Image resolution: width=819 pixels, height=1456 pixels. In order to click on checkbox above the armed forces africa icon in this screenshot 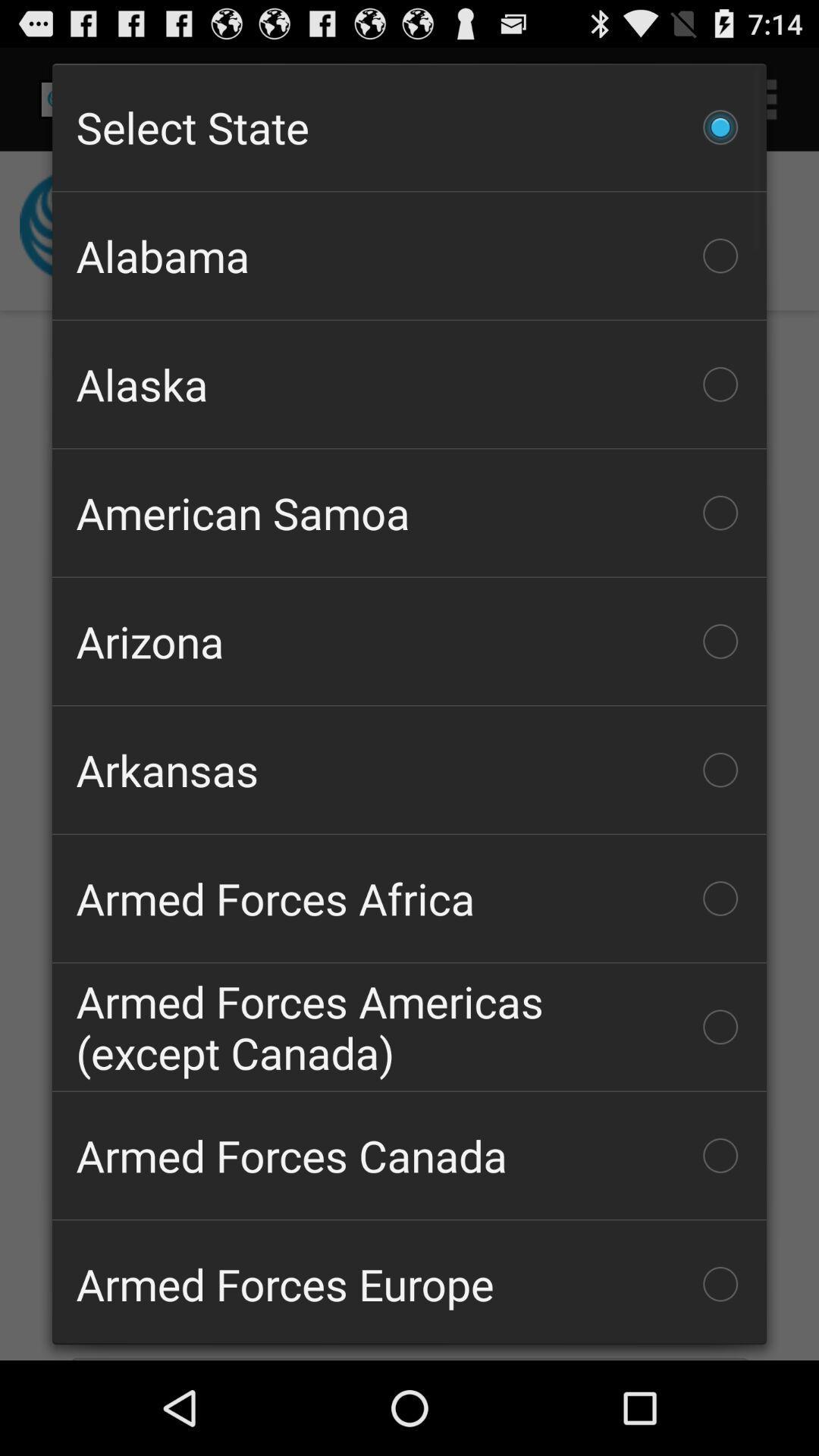, I will do `click(409, 770)`.